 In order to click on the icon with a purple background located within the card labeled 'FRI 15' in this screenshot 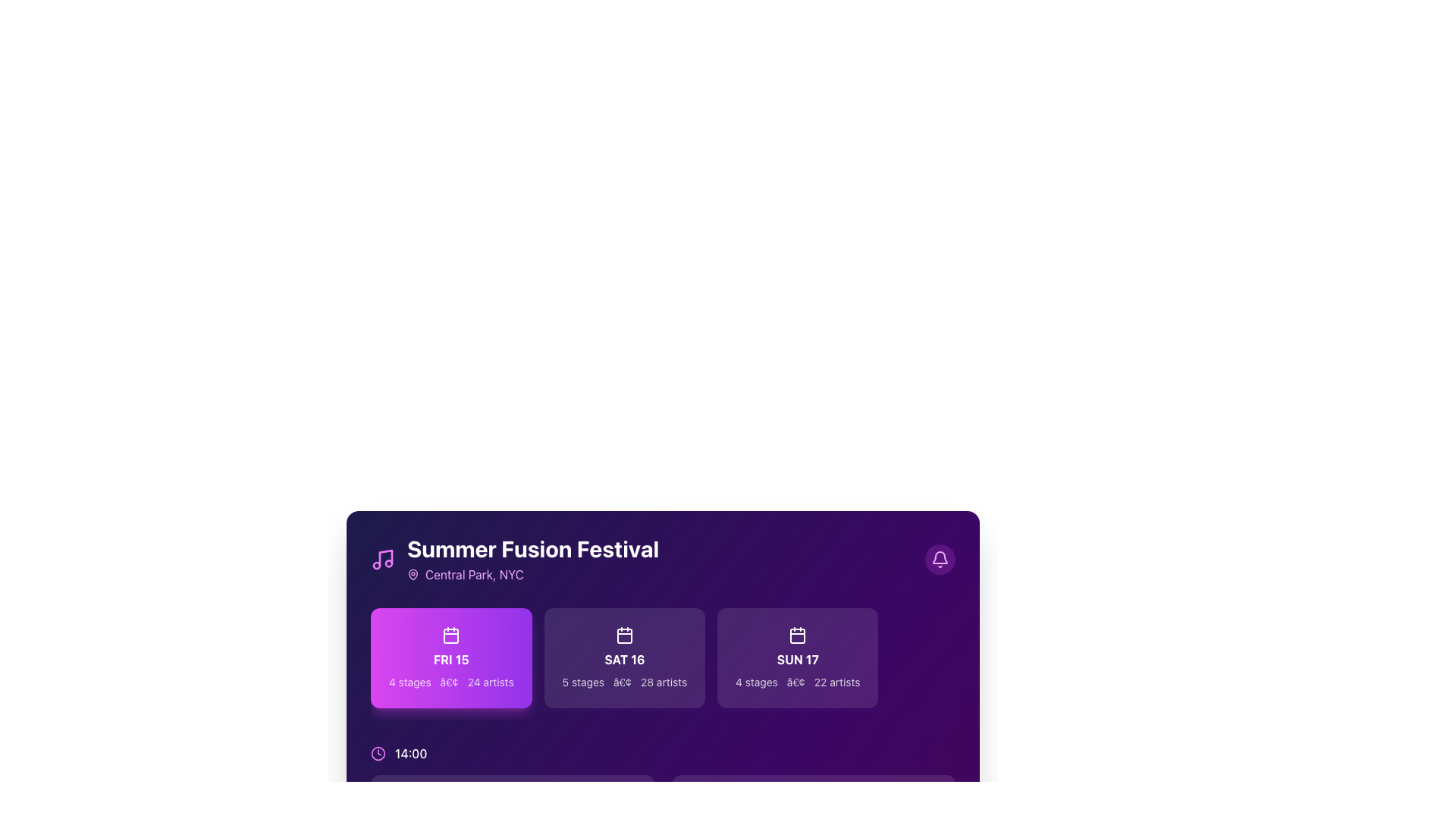, I will do `click(450, 636)`.